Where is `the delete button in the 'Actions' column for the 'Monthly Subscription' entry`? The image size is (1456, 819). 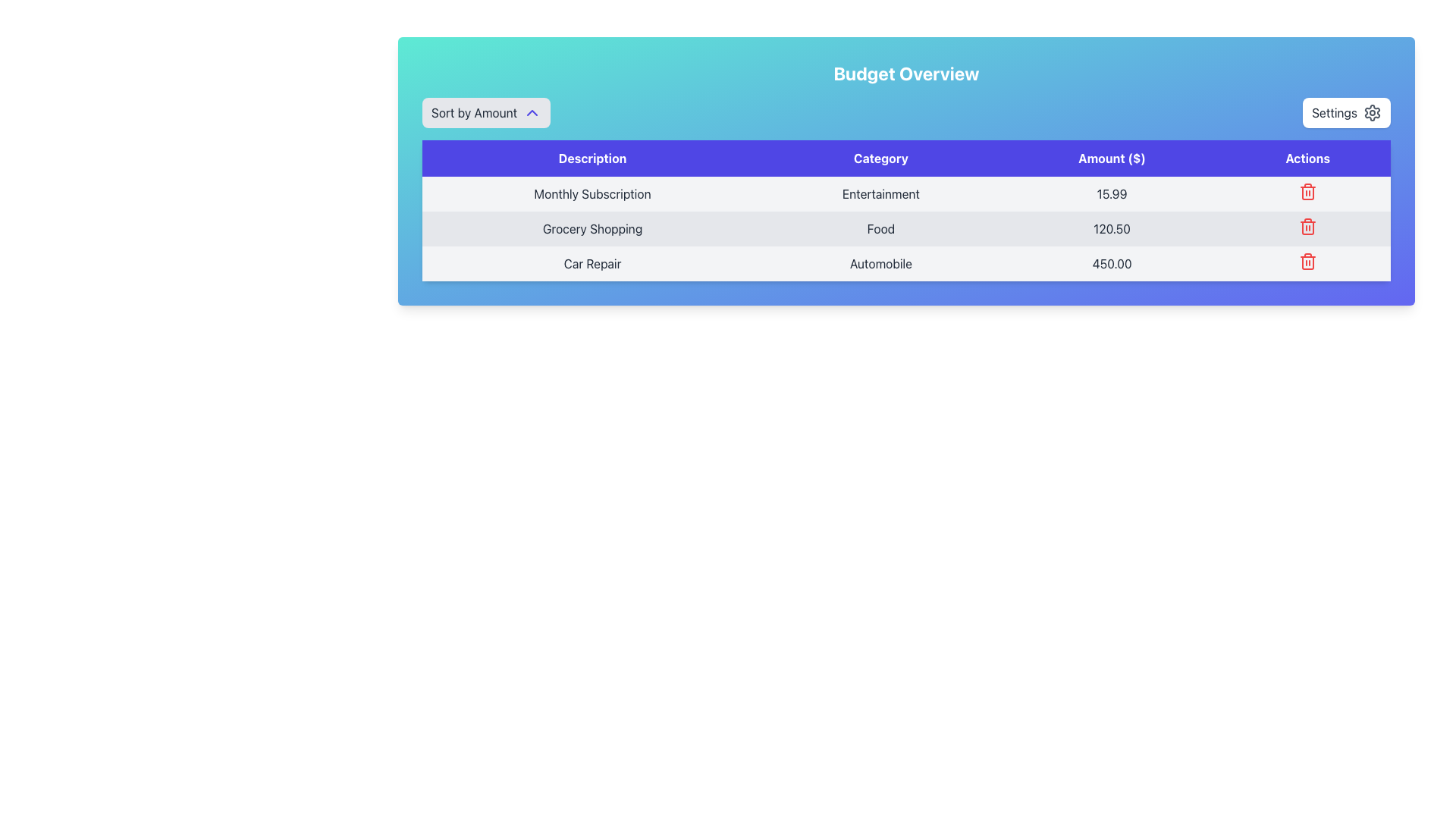
the delete button in the 'Actions' column for the 'Monthly Subscription' entry is located at coordinates (1307, 193).